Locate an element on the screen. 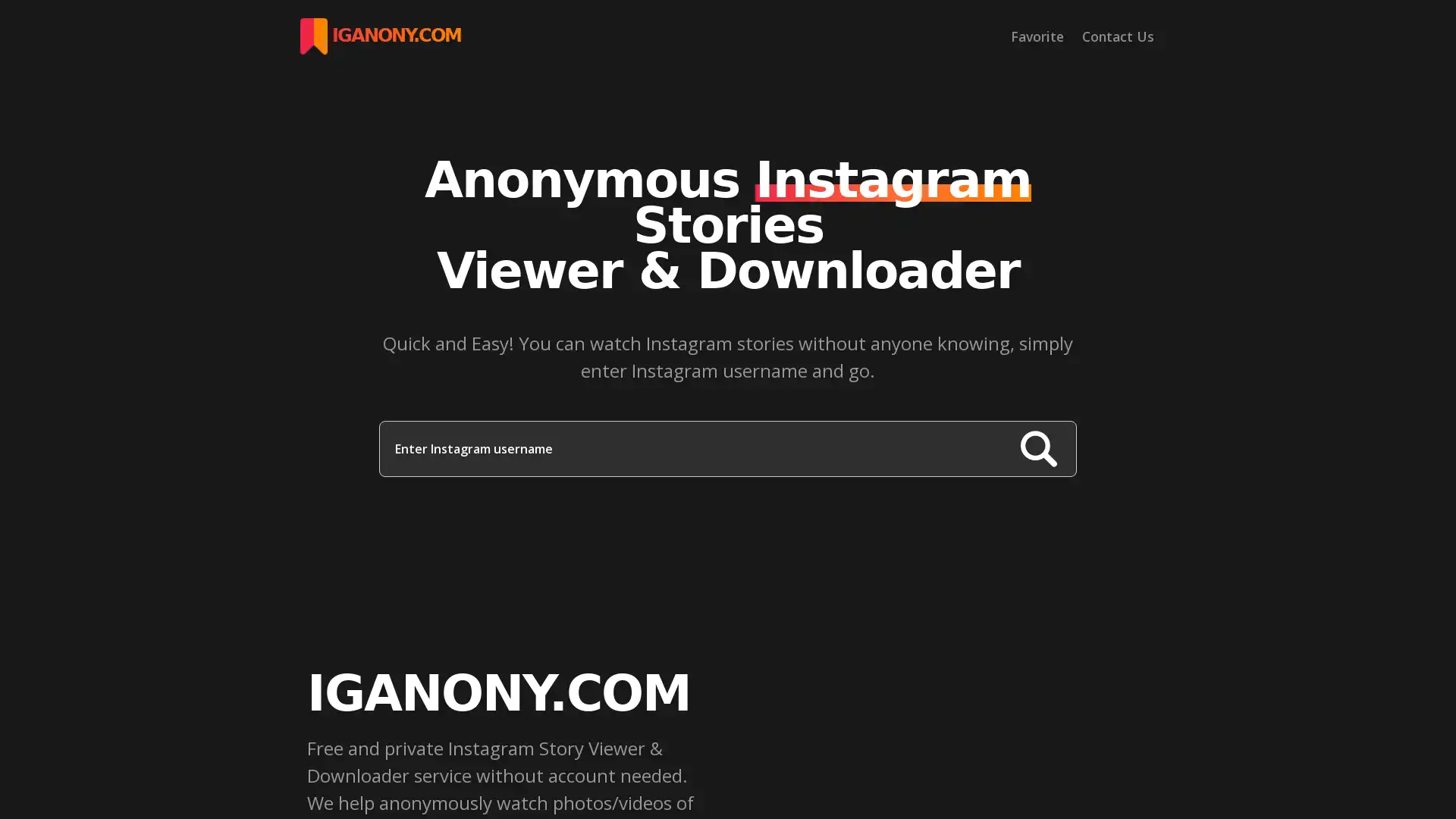  Search is located at coordinates (1037, 447).